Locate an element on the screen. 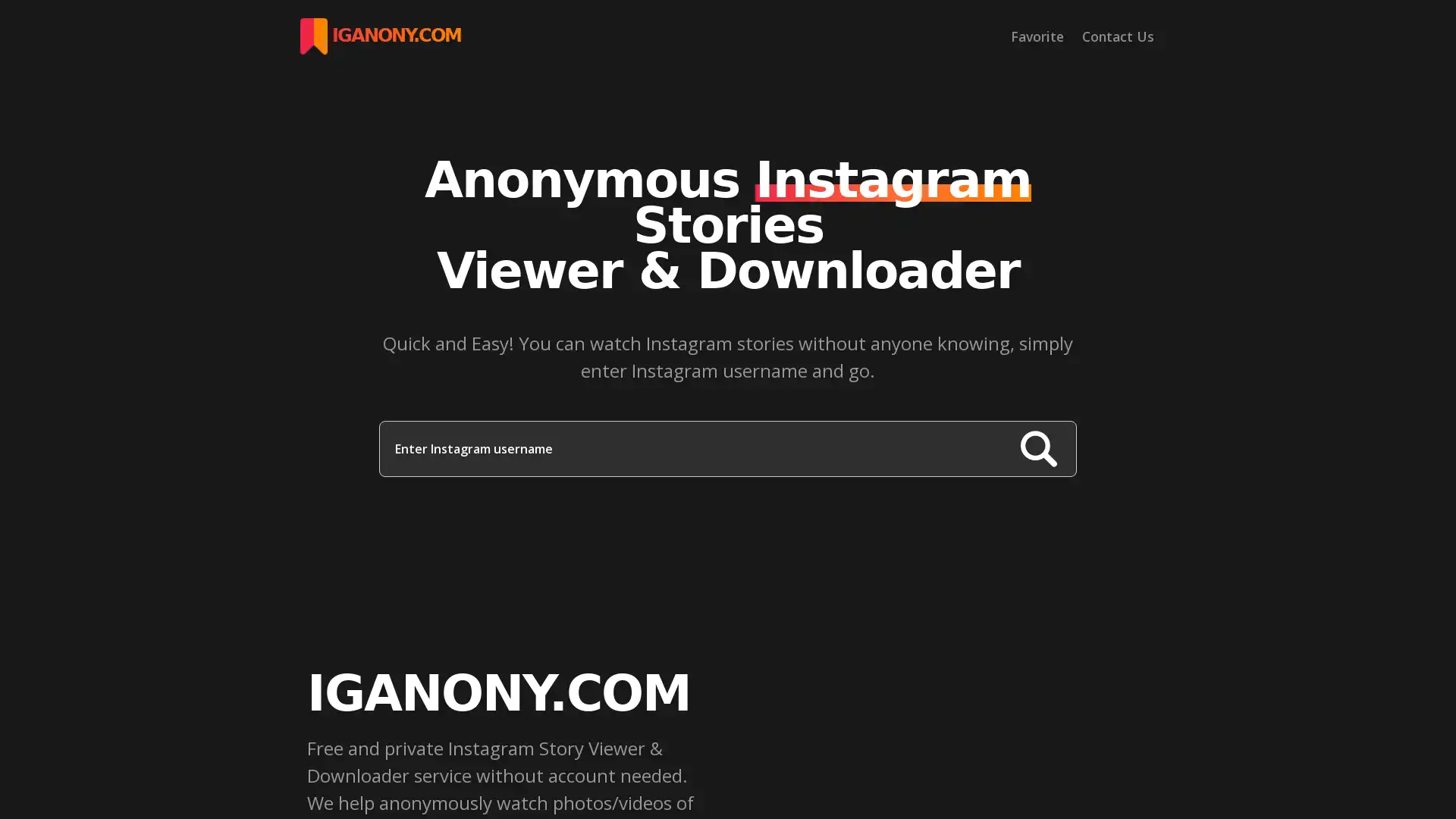  Search is located at coordinates (1037, 447).